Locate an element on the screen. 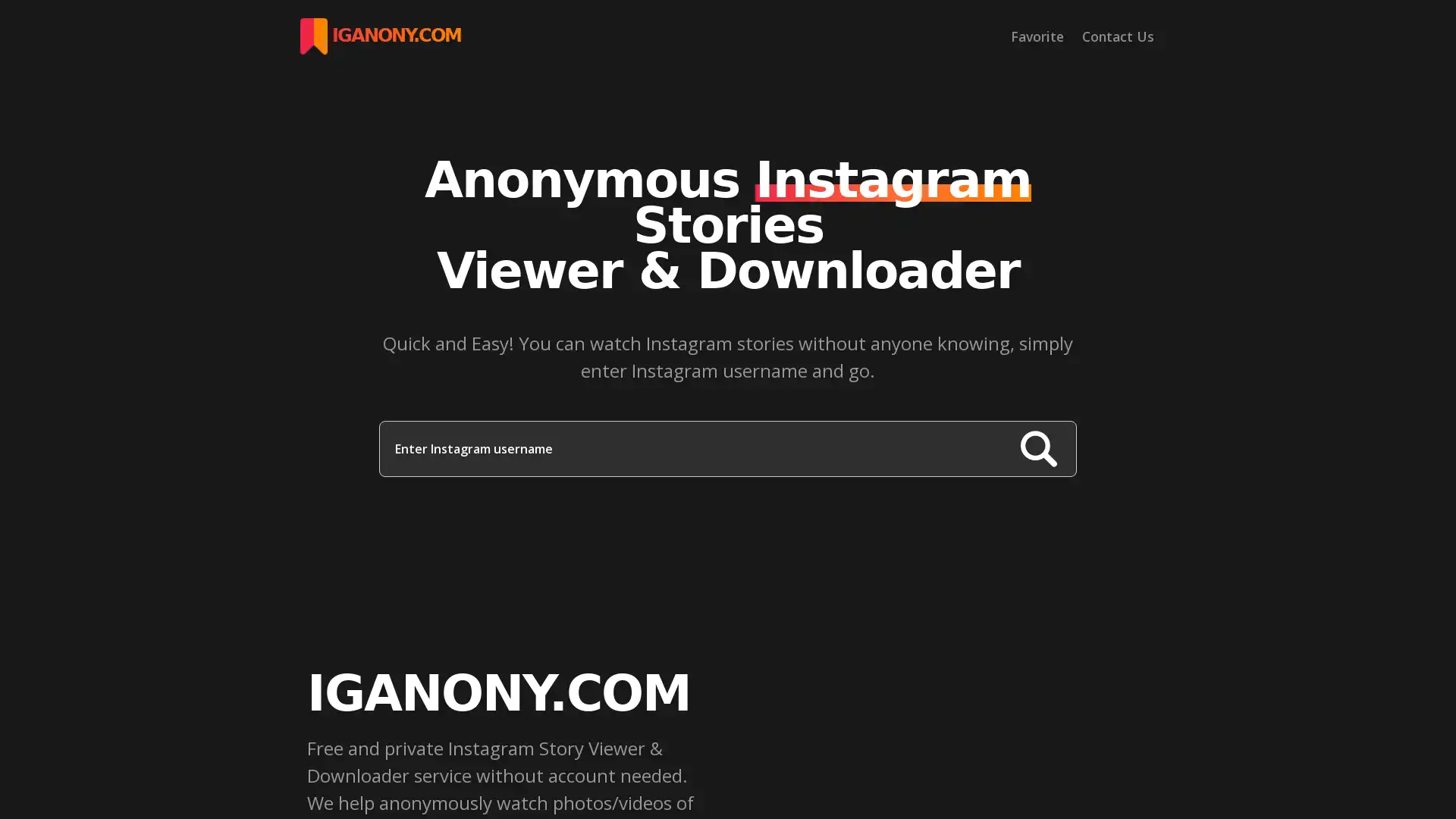  Search is located at coordinates (1037, 447).